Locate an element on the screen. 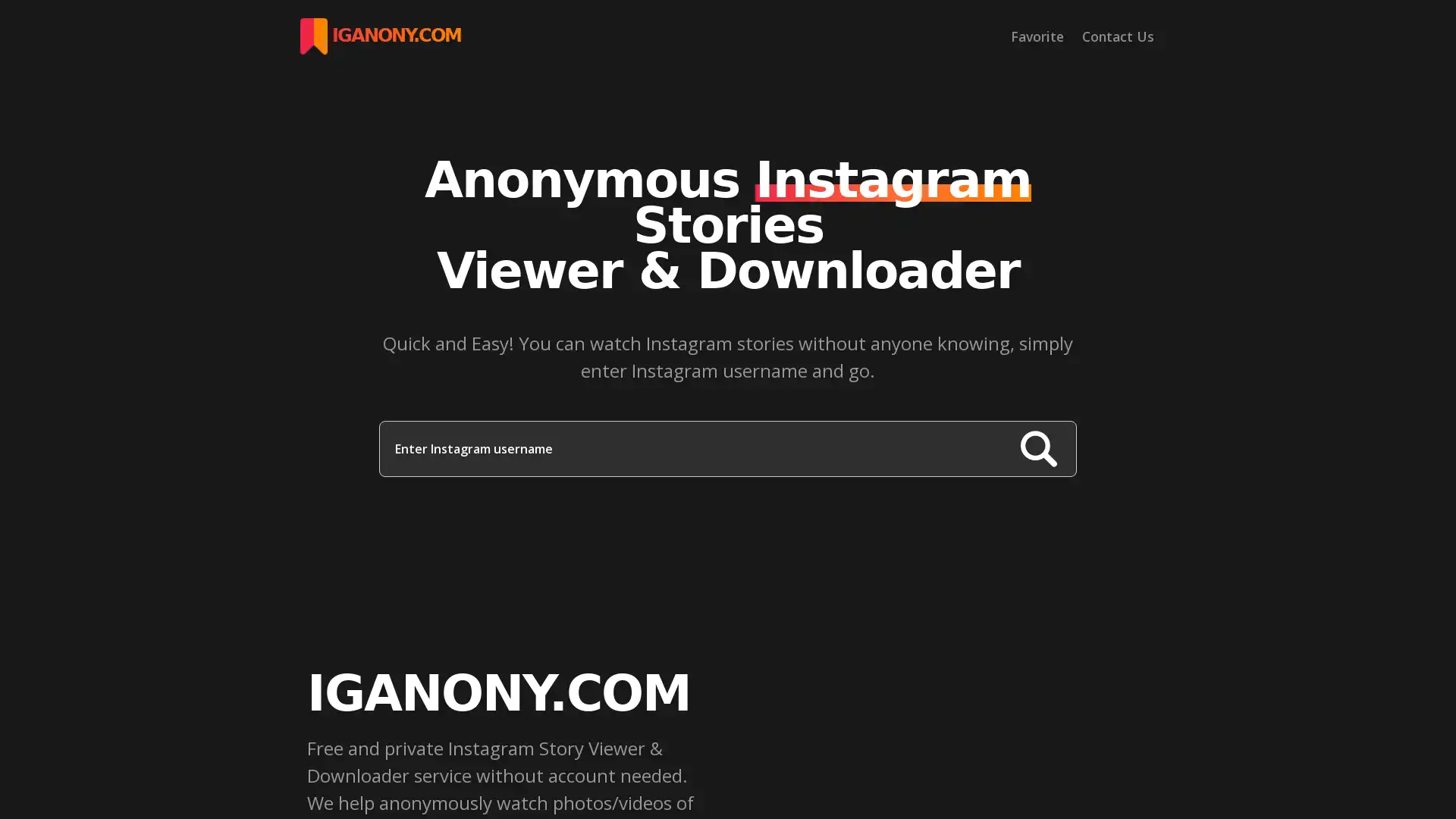  Search is located at coordinates (1037, 447).